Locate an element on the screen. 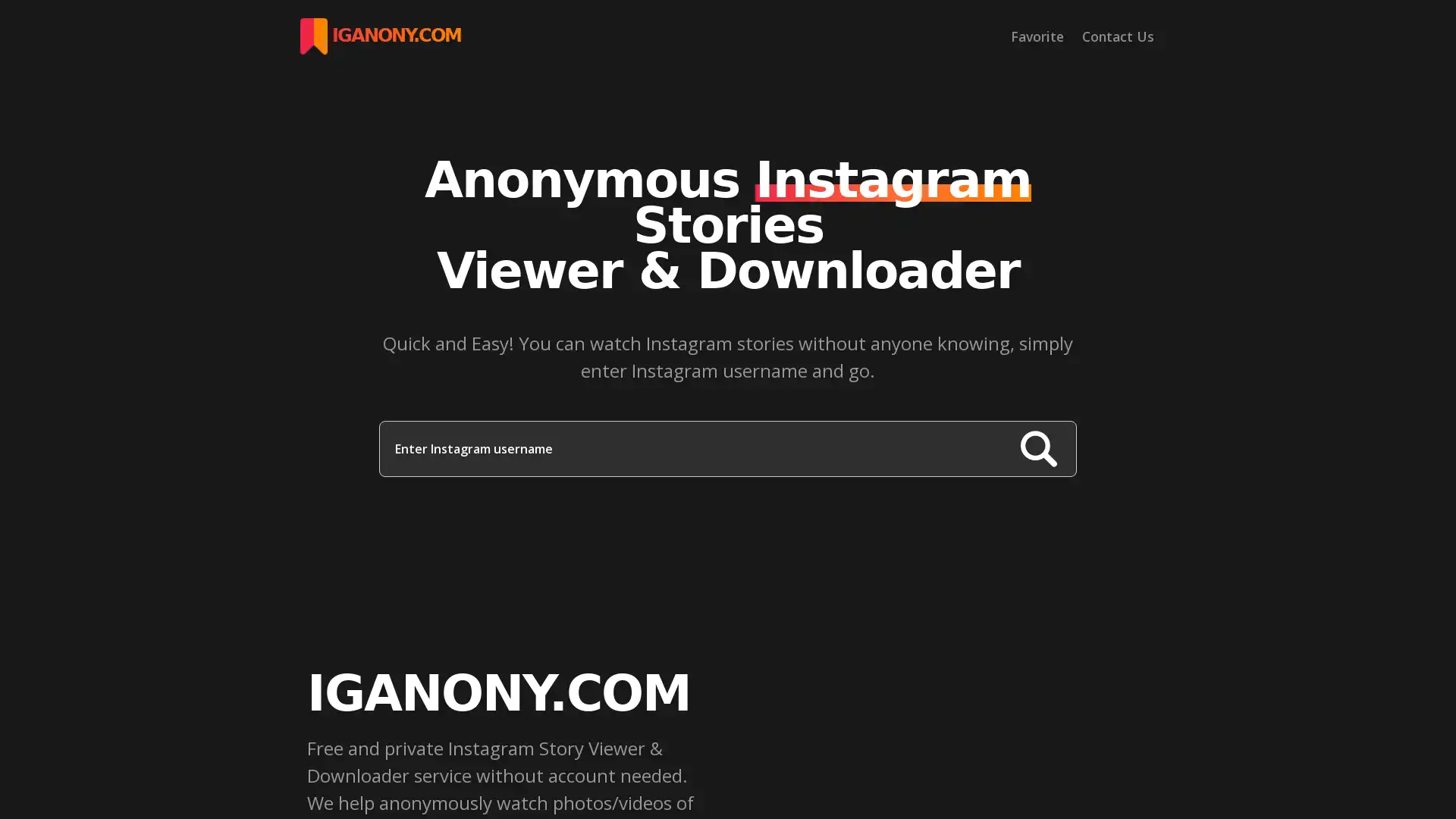  Search is located at coordinates (1037, 447).